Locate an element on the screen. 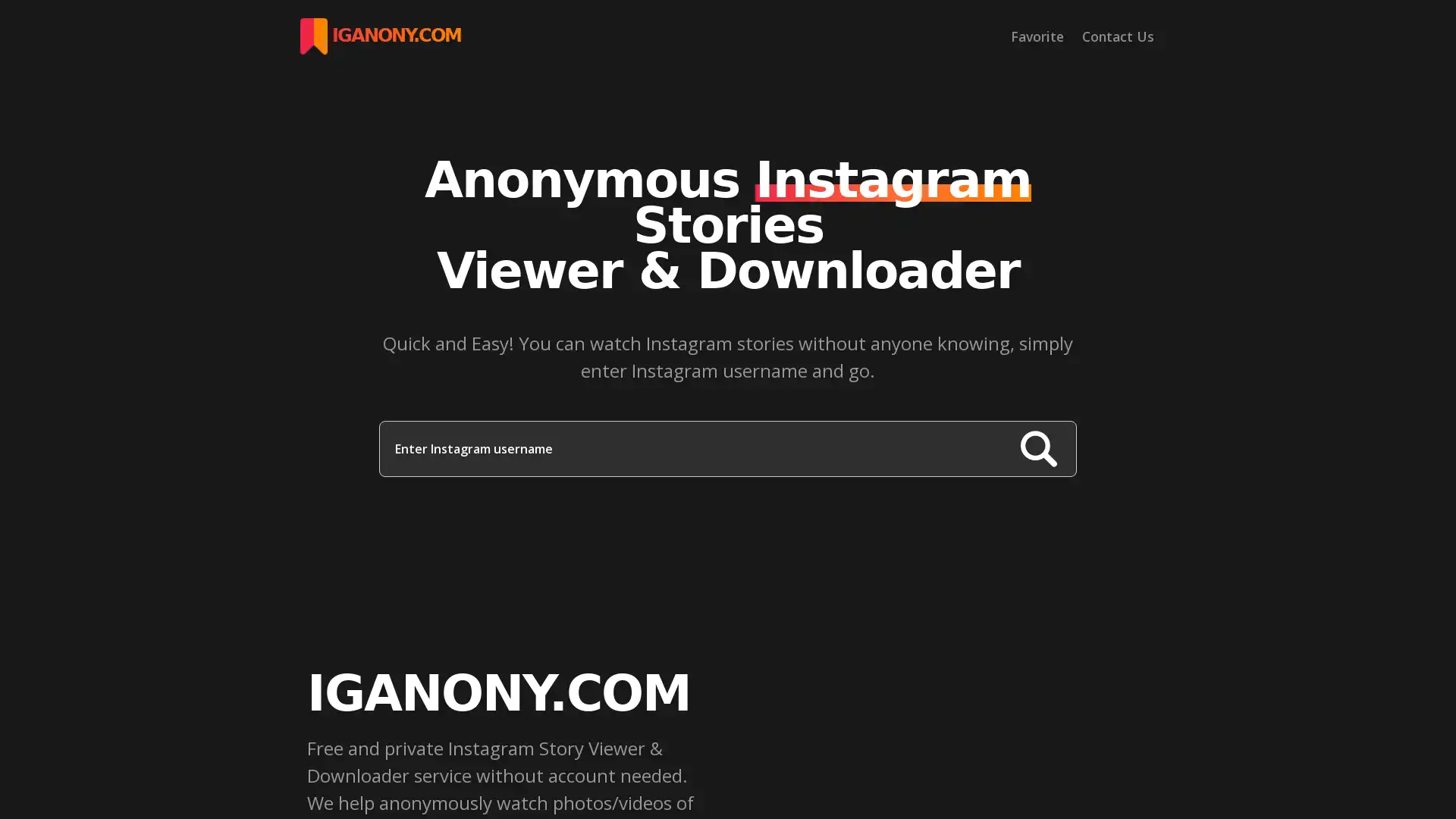  Search is located at coordinates (1037, 447).